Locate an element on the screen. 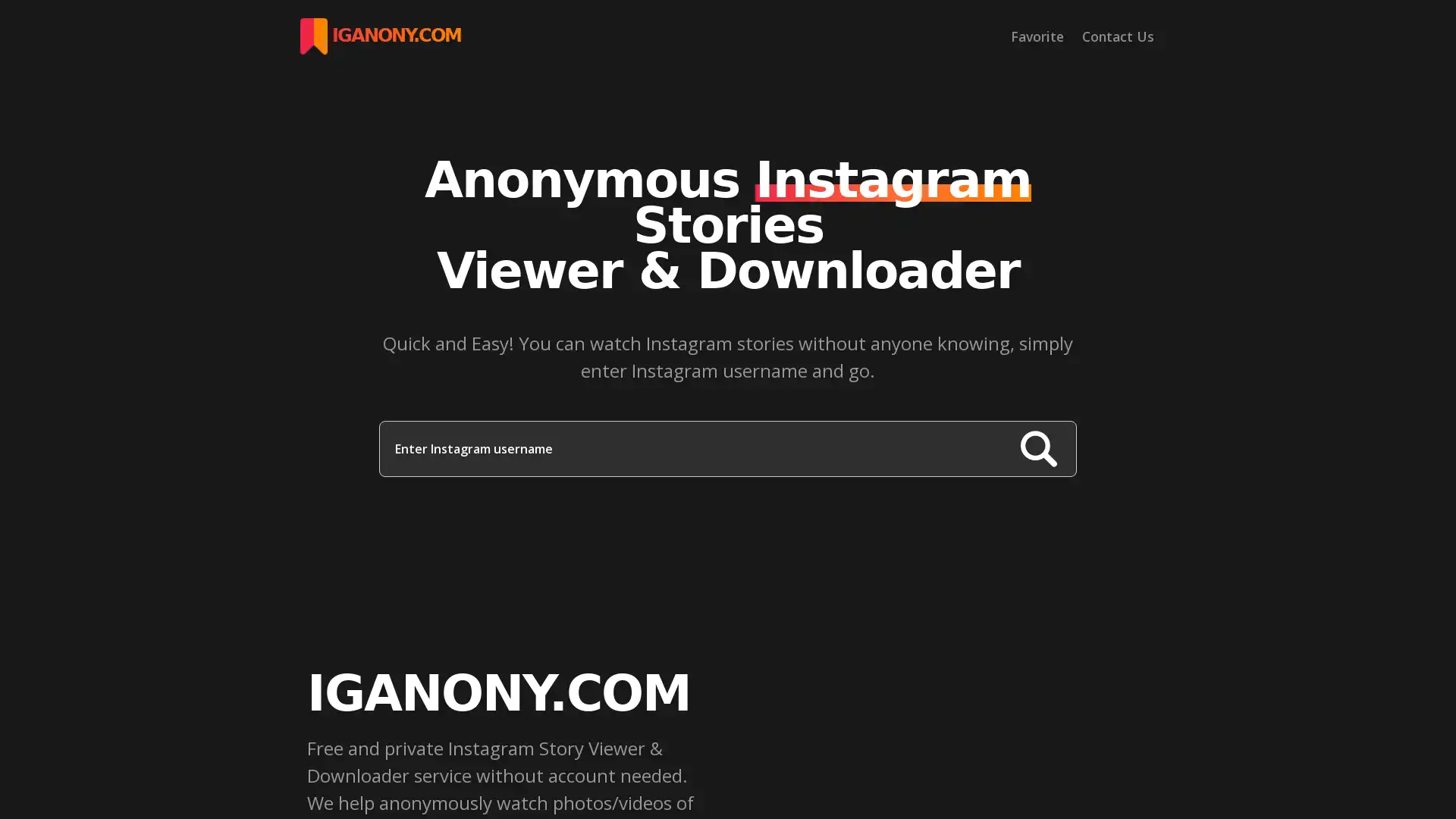  Search is located at coordinates (1037, 447).